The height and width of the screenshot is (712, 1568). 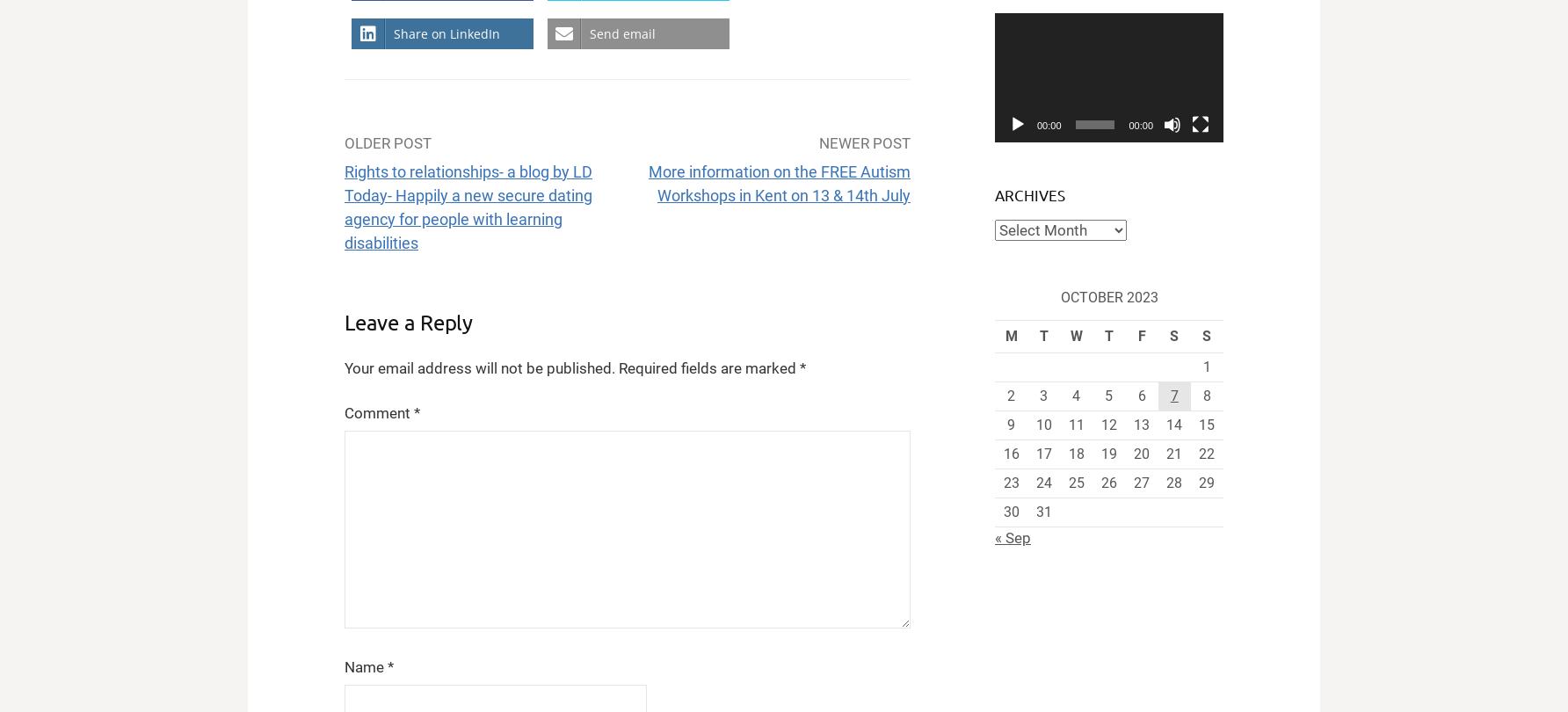 I want to click on '19', so click(x=1107, y=454).